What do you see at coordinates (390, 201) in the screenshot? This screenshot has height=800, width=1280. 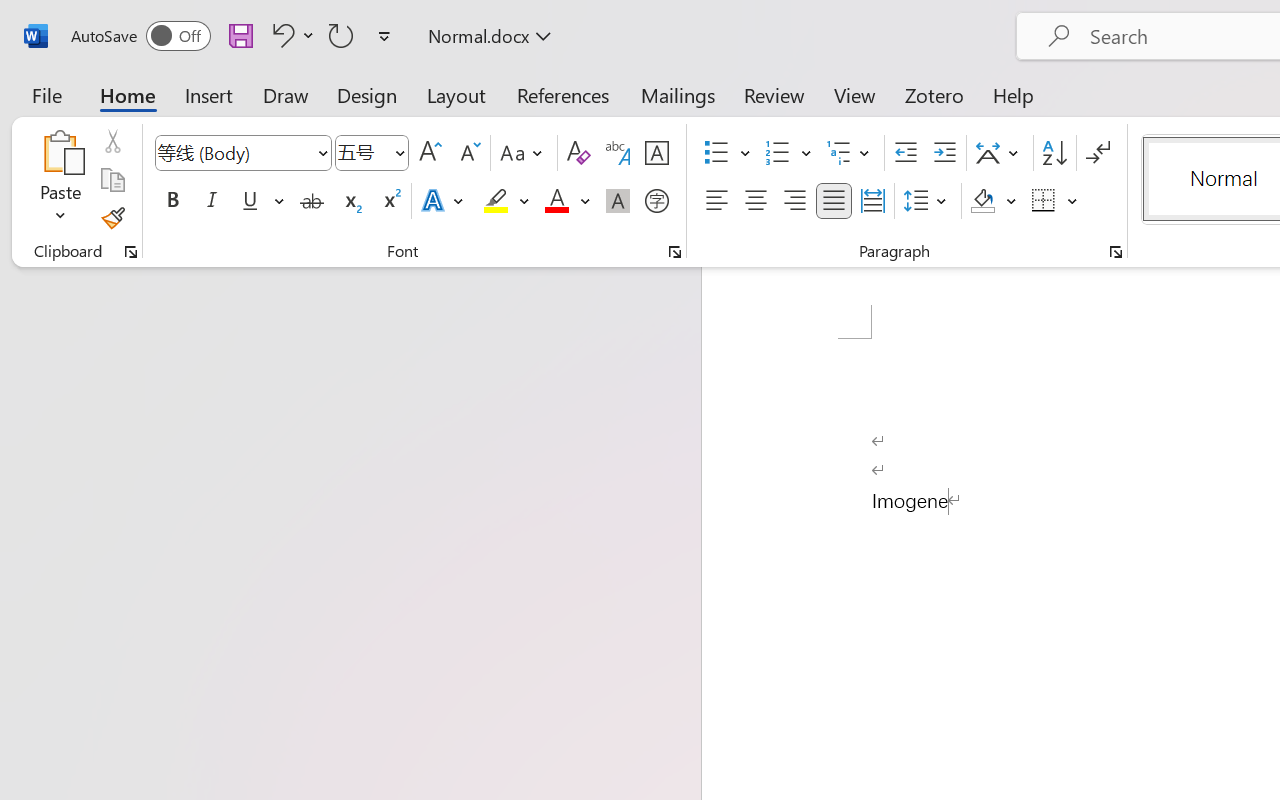 I see `'Superscript'` at bounding box center [390, 201].